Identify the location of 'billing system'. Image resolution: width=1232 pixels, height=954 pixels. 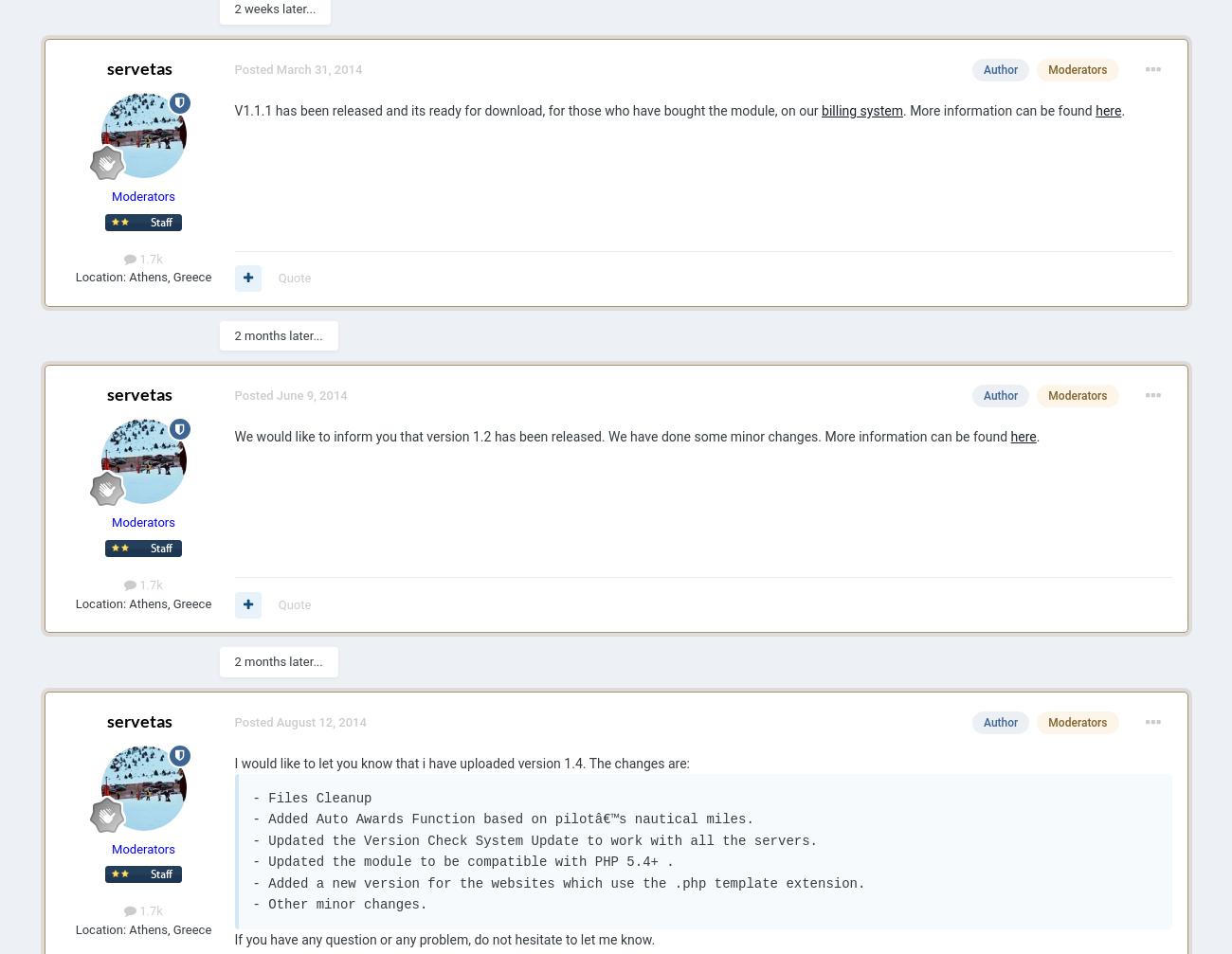
(861, 111).